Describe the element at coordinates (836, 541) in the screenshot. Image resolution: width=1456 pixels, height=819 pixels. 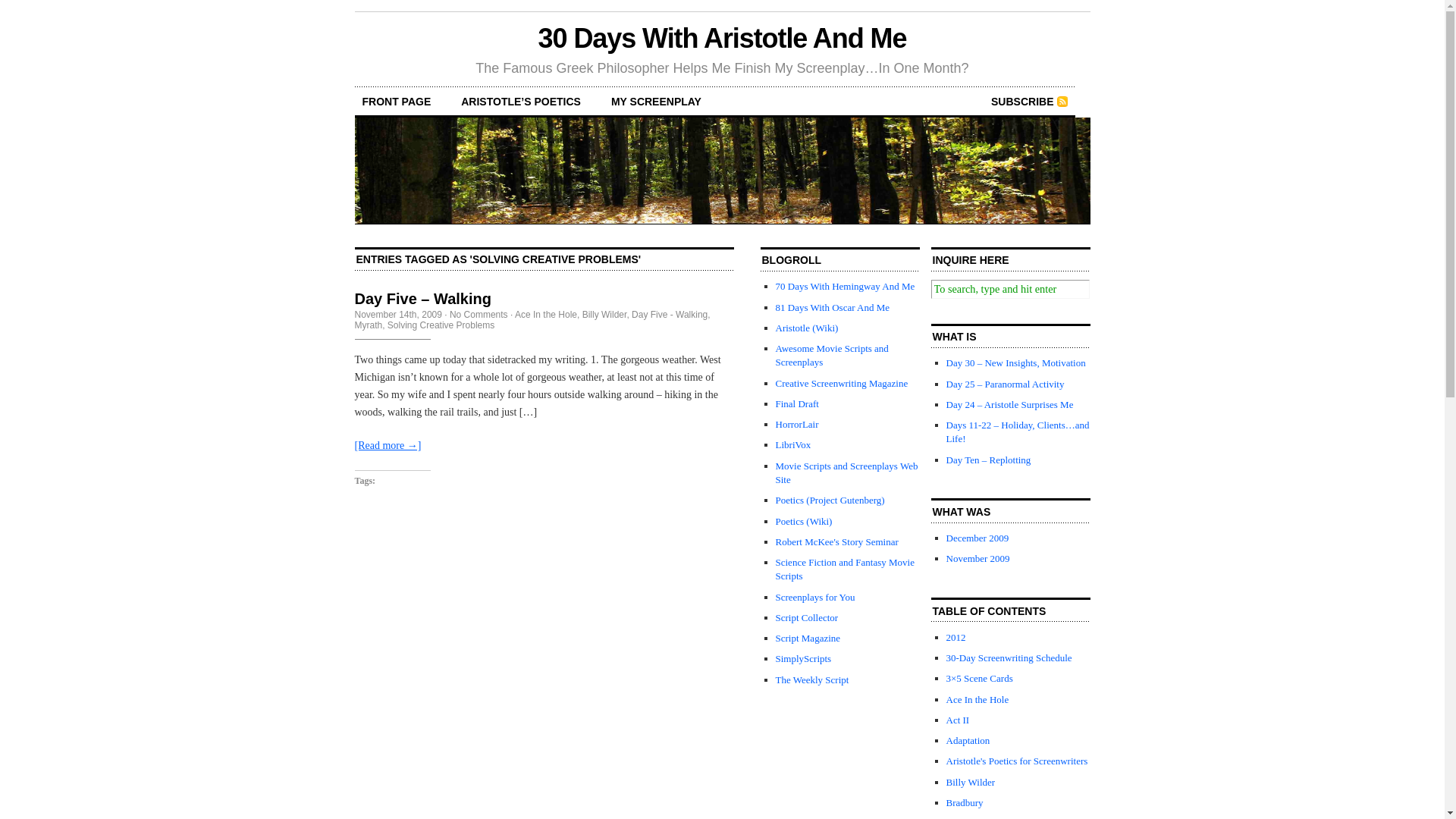
I see `'Robert McKee's Story Seminar'` at that location.